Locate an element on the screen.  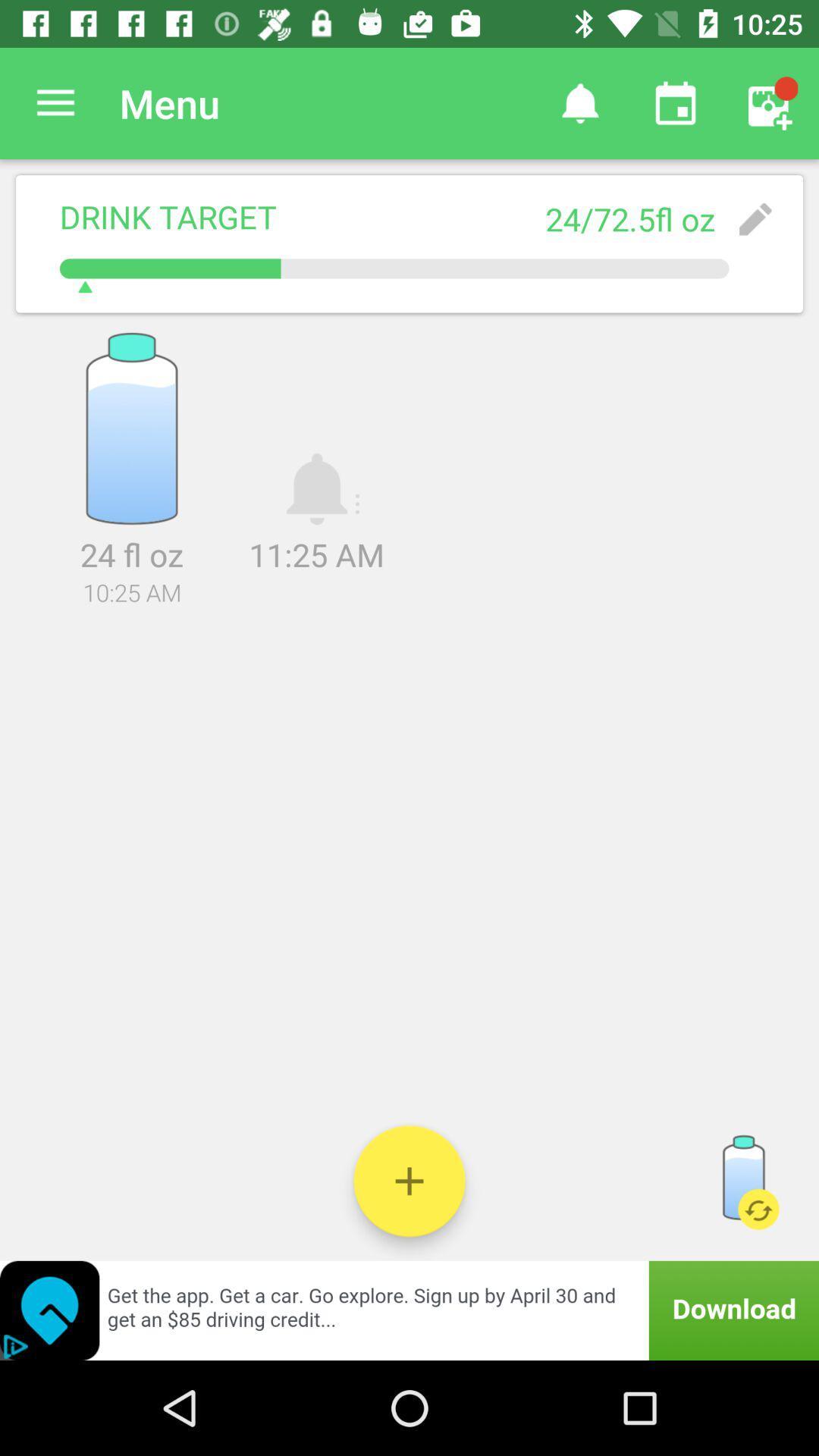
icon above the drink target is located at coordinates (55, 102).